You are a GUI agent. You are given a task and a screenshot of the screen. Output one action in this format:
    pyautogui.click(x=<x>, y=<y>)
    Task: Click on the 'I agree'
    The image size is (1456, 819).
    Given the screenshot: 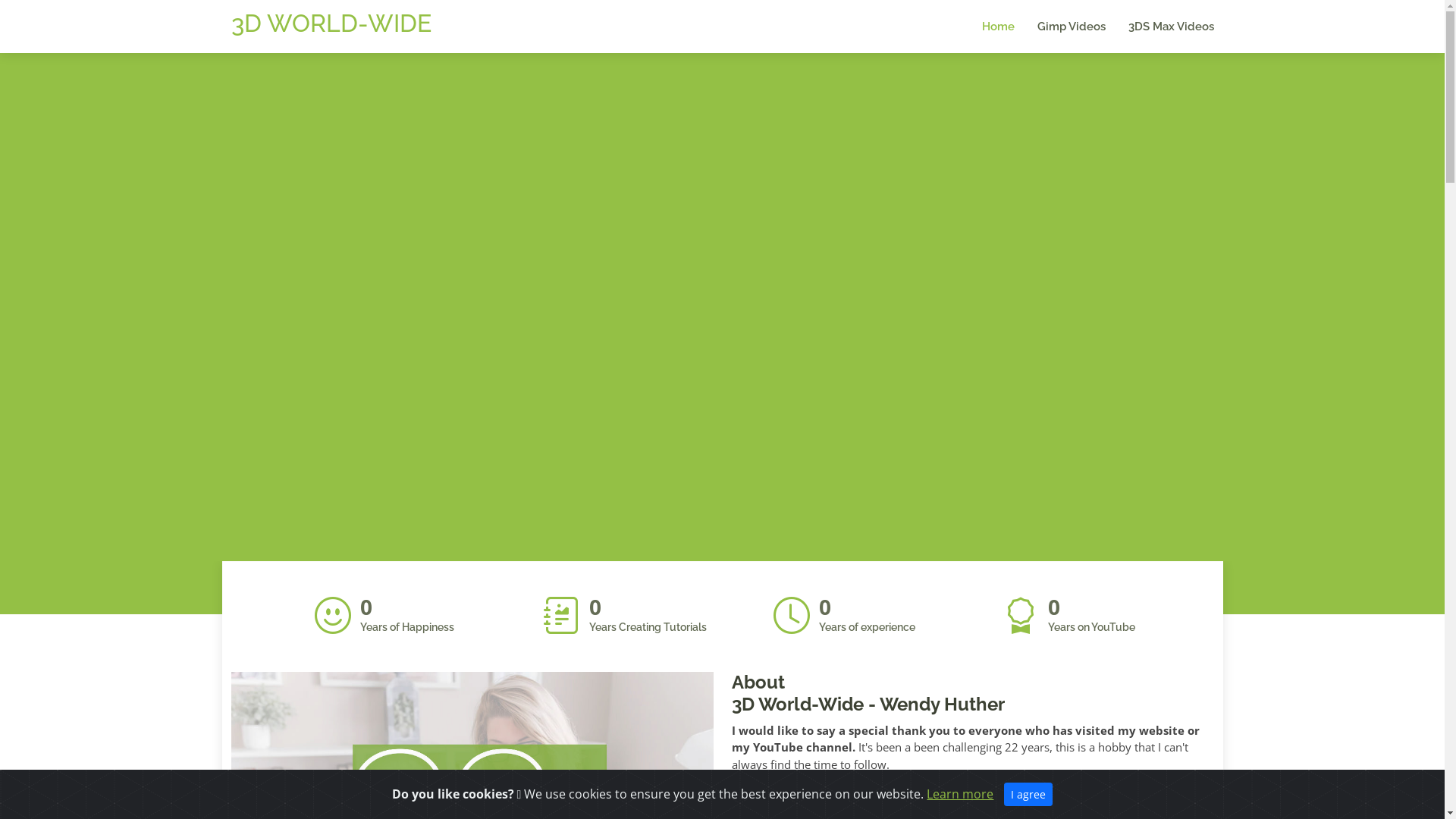 What is the action you would take?
    pyautogui.click(x=1028, y=793)
    